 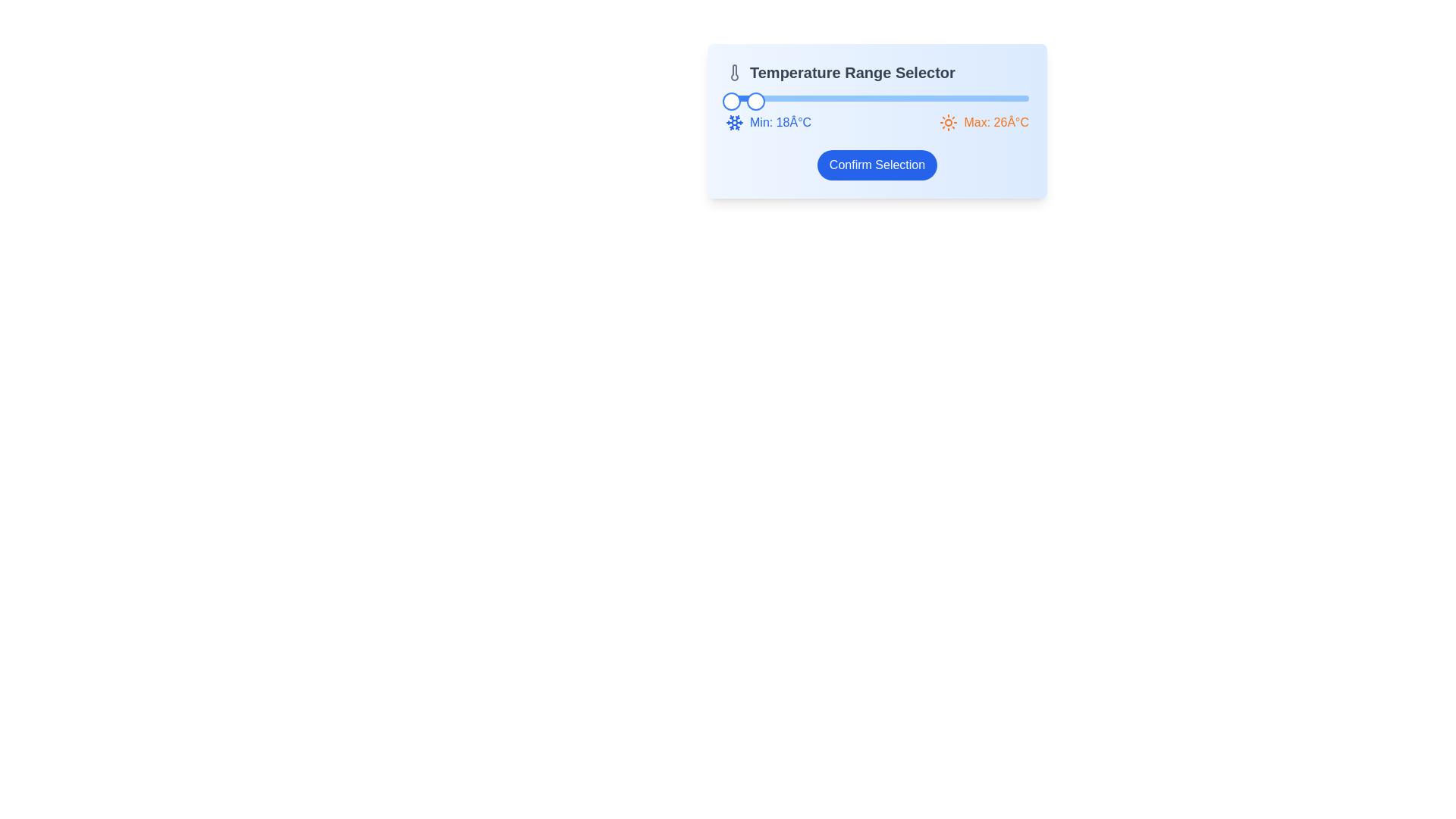 What do you see at coordinates (648, 102) in the screenshot?
I see `the left slider knob` at bounding box center [648, 102].